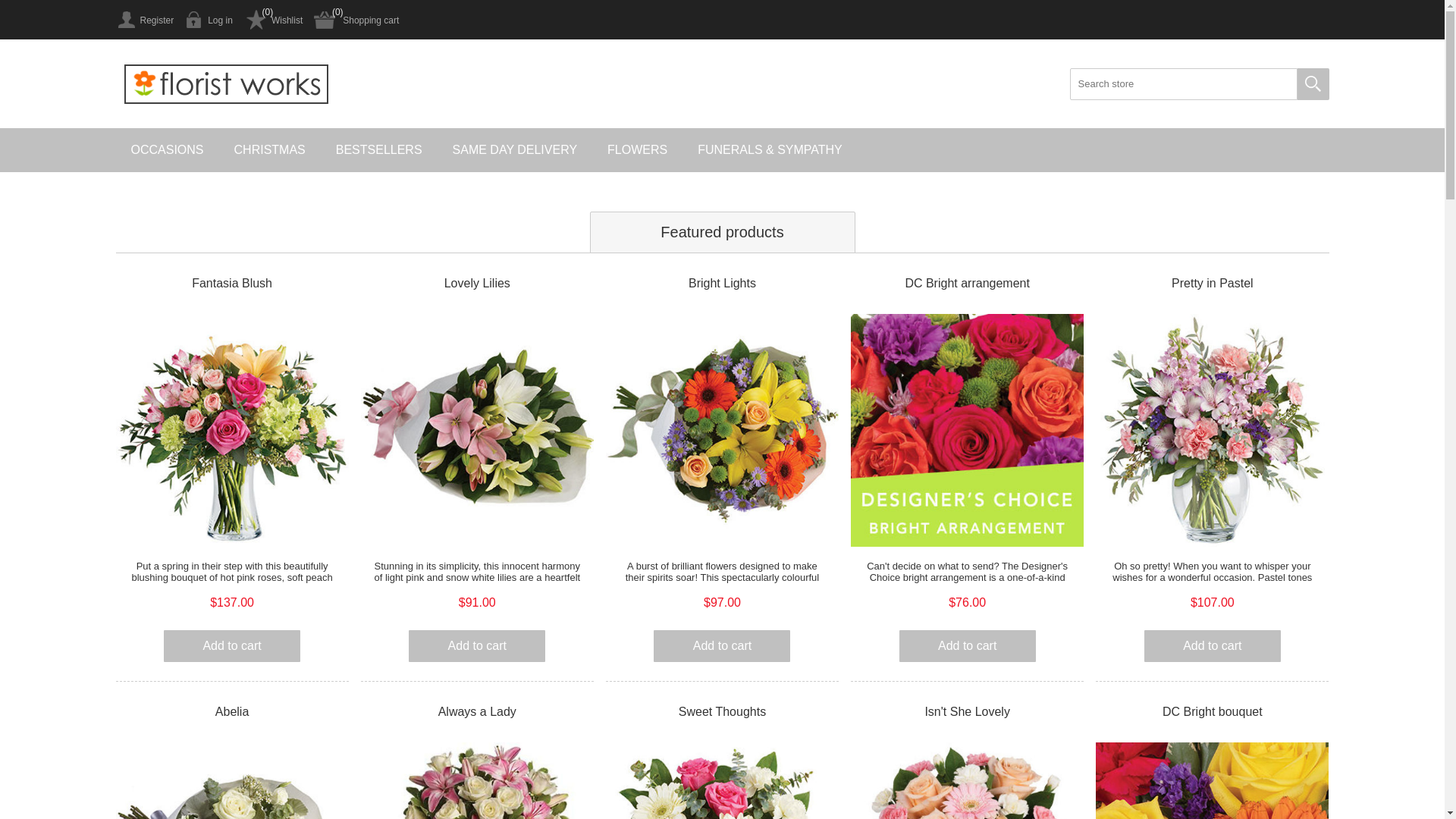  Describe the element at coordinates (115, 149) in the screenshot. I see `'OCCASIONS'` at that location.